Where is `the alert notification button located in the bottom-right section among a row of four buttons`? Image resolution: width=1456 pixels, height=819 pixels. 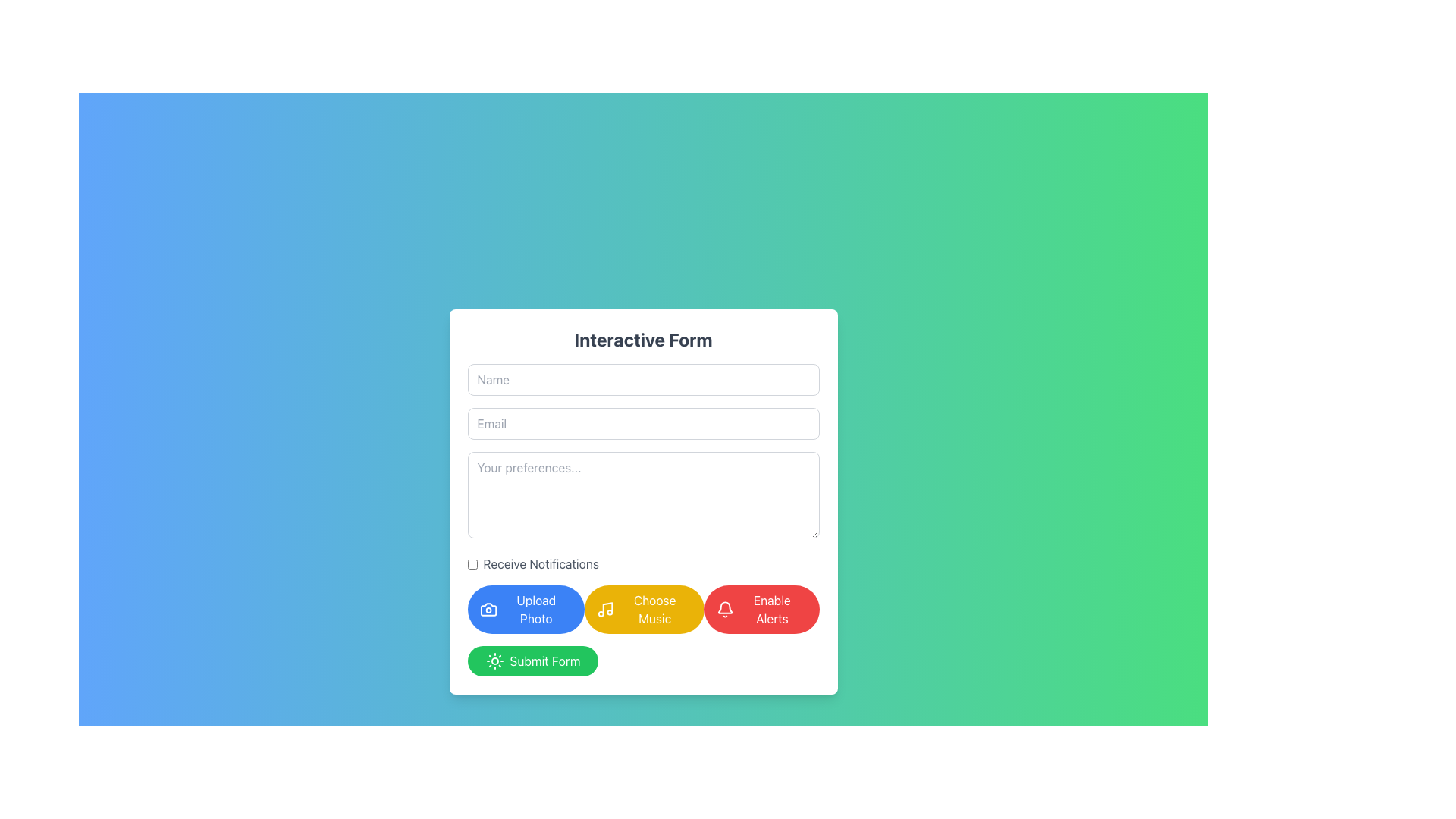 the alert notification button located in the bottom-right section among a row of four buttons is located at coordinates (771, 608).